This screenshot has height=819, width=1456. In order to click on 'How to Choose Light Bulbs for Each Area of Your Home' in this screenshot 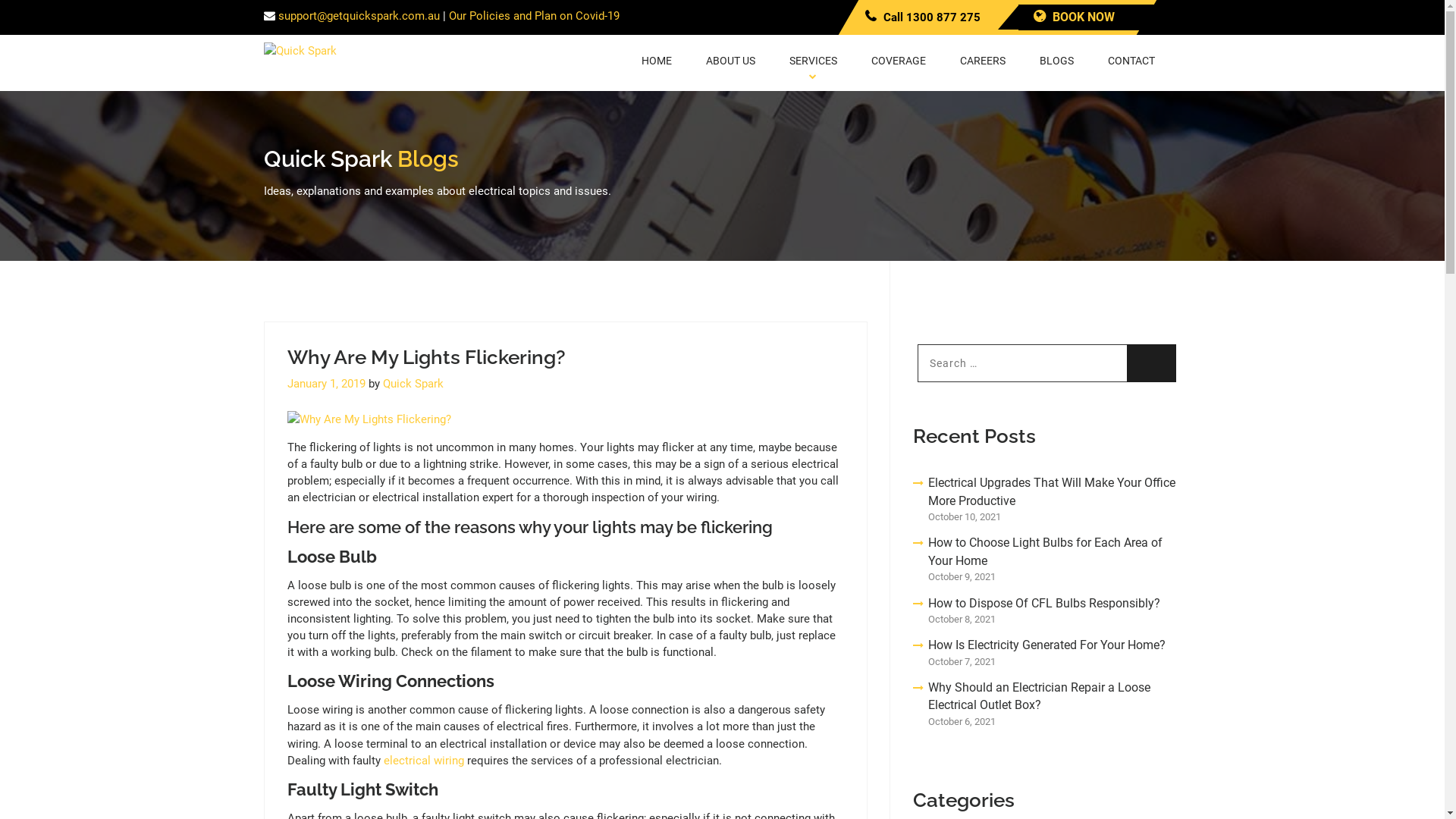, I will do `click(1044, 551)`.